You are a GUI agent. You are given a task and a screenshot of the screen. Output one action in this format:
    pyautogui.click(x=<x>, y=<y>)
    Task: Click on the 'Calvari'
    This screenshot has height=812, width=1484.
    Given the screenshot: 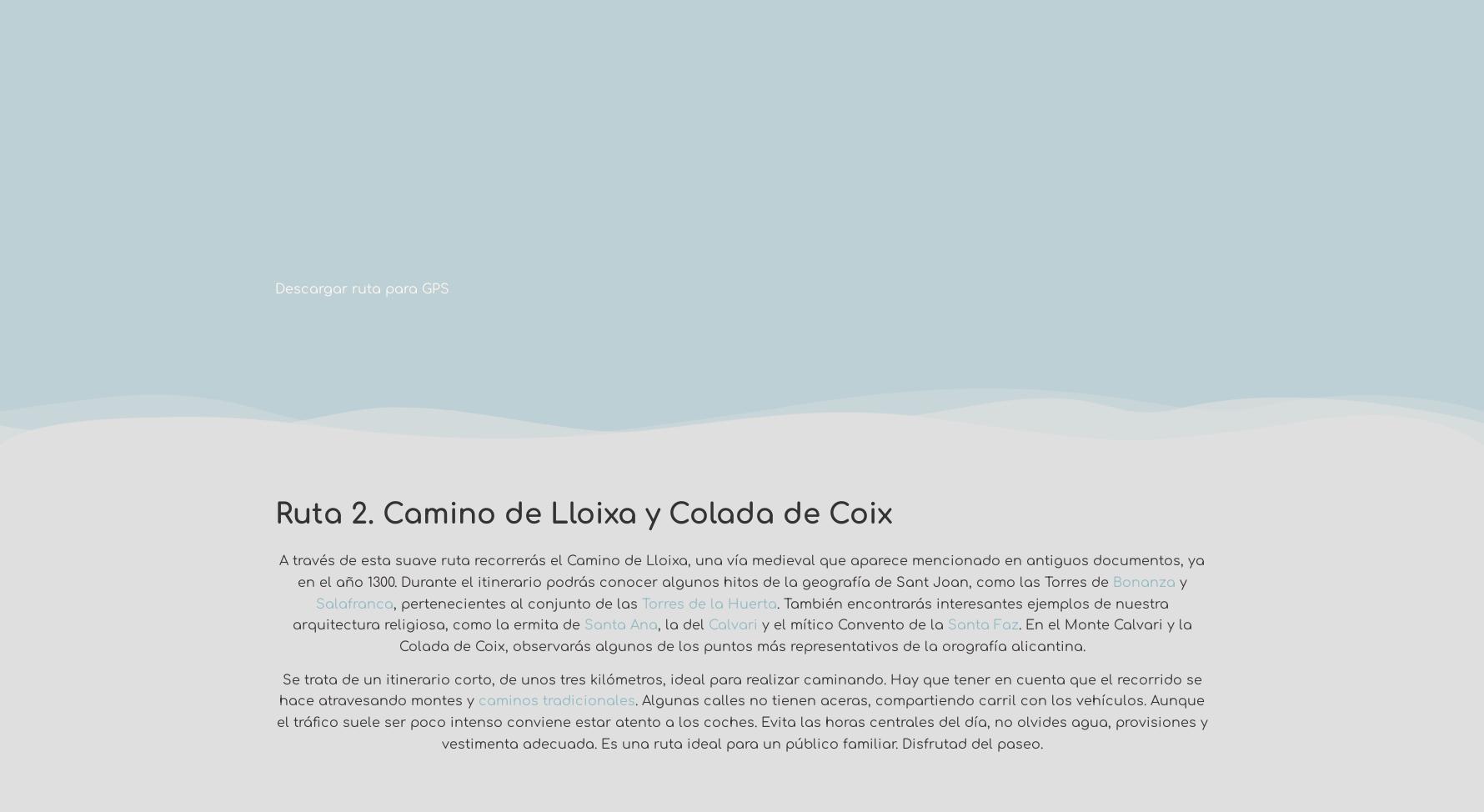 What is the action you would take?
    pyautogui.click(x=731, y=624)
    